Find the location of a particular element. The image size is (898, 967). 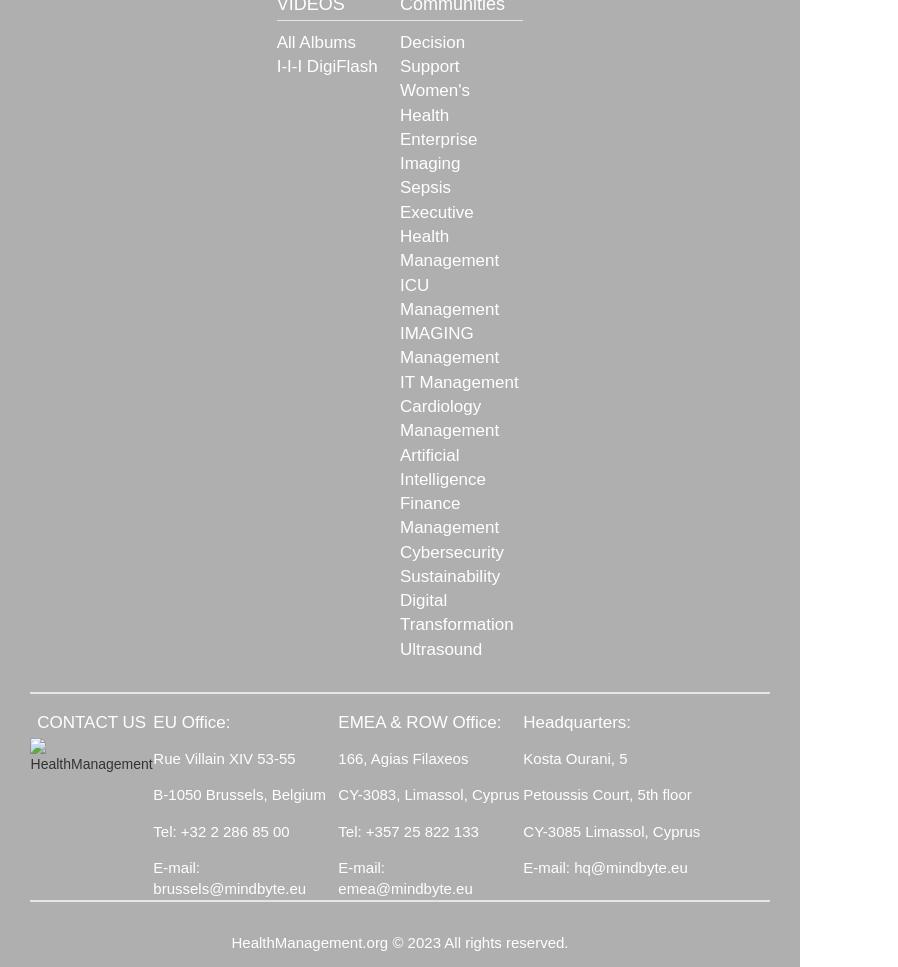

'Finance Management' is located at coordinates (449, 514).